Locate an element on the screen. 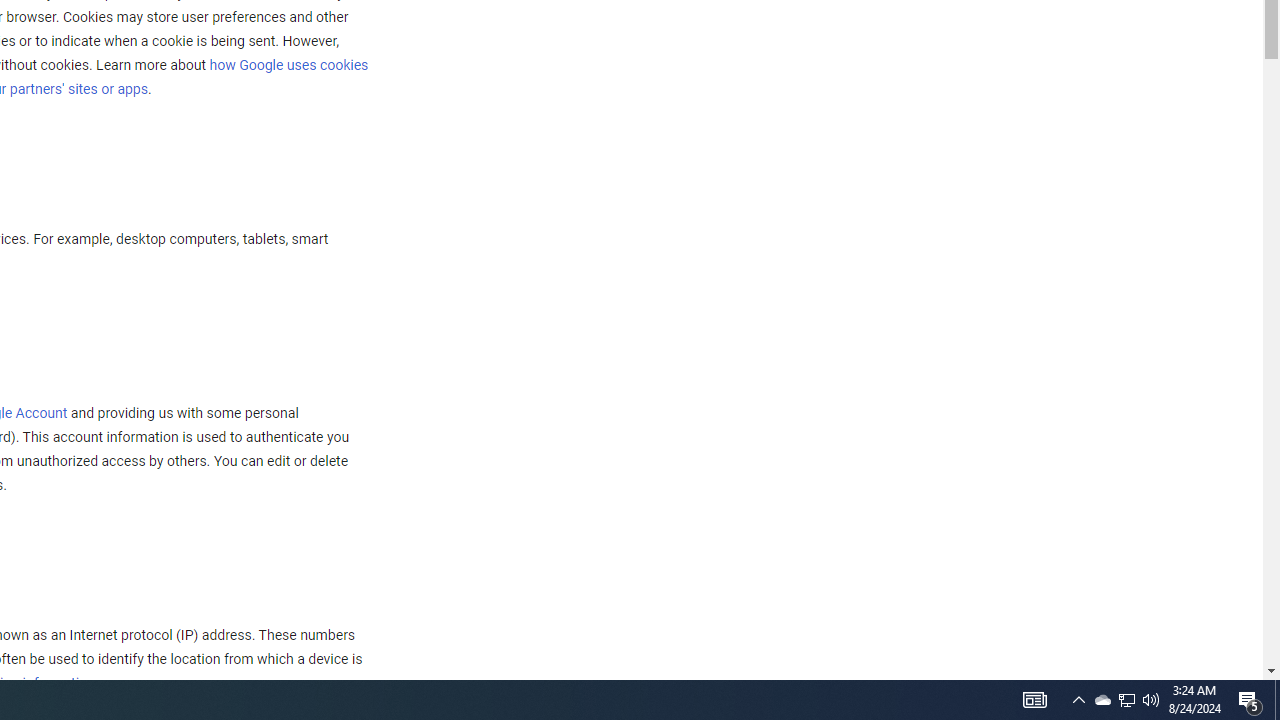 This screenshot has height=720, width=1280. 'how Google uses cookies' is located at coordinates (287, 64).